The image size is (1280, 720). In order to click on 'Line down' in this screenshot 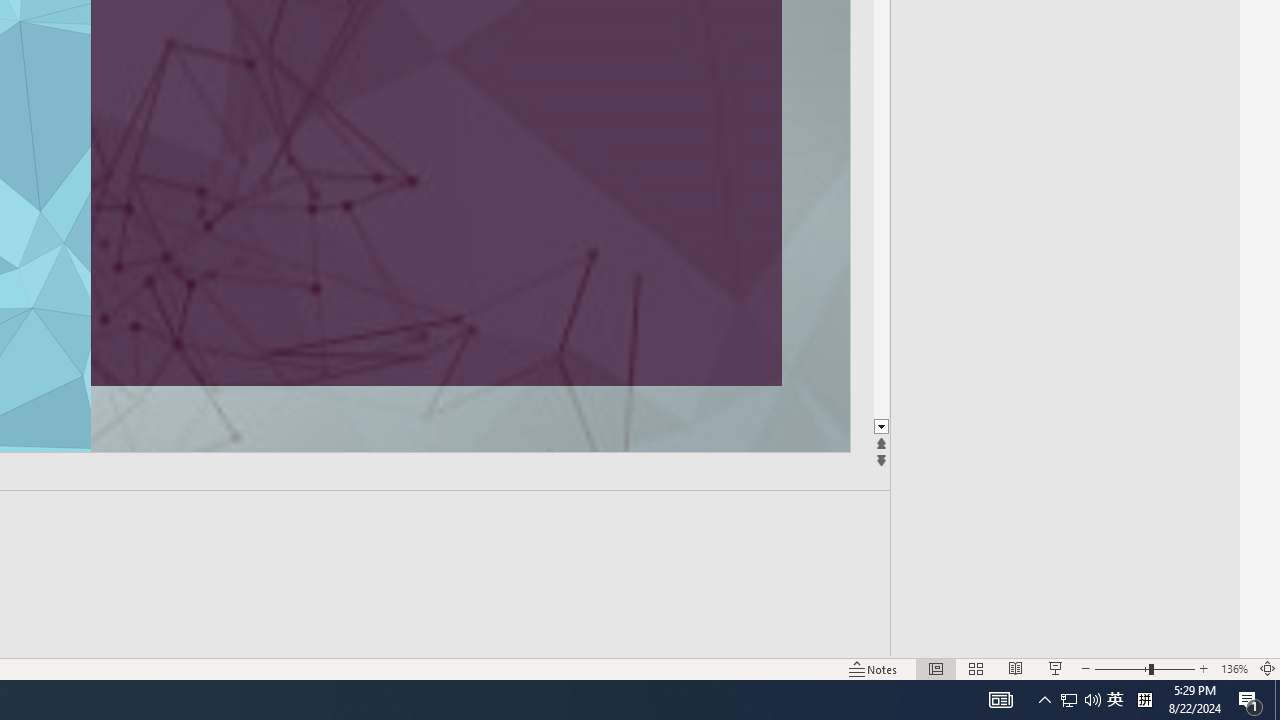, I will do `click(880, 426)`.